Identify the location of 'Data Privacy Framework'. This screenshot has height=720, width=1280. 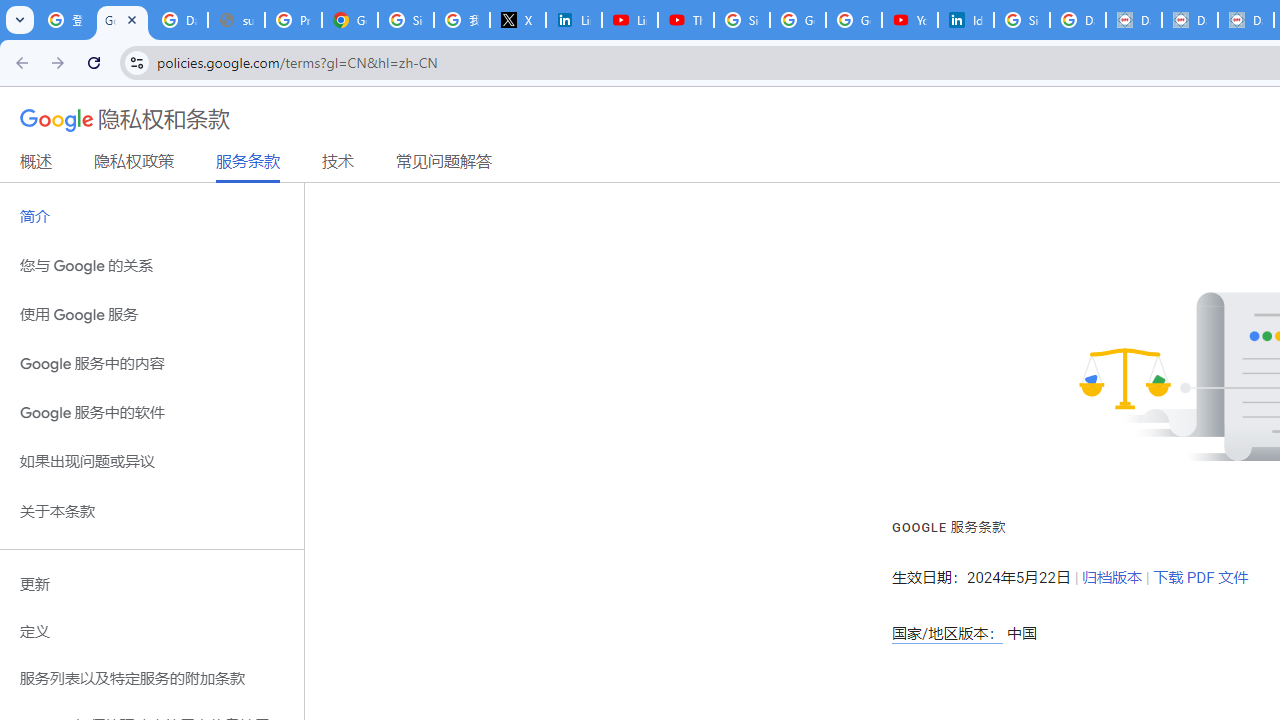
(1190, 20).